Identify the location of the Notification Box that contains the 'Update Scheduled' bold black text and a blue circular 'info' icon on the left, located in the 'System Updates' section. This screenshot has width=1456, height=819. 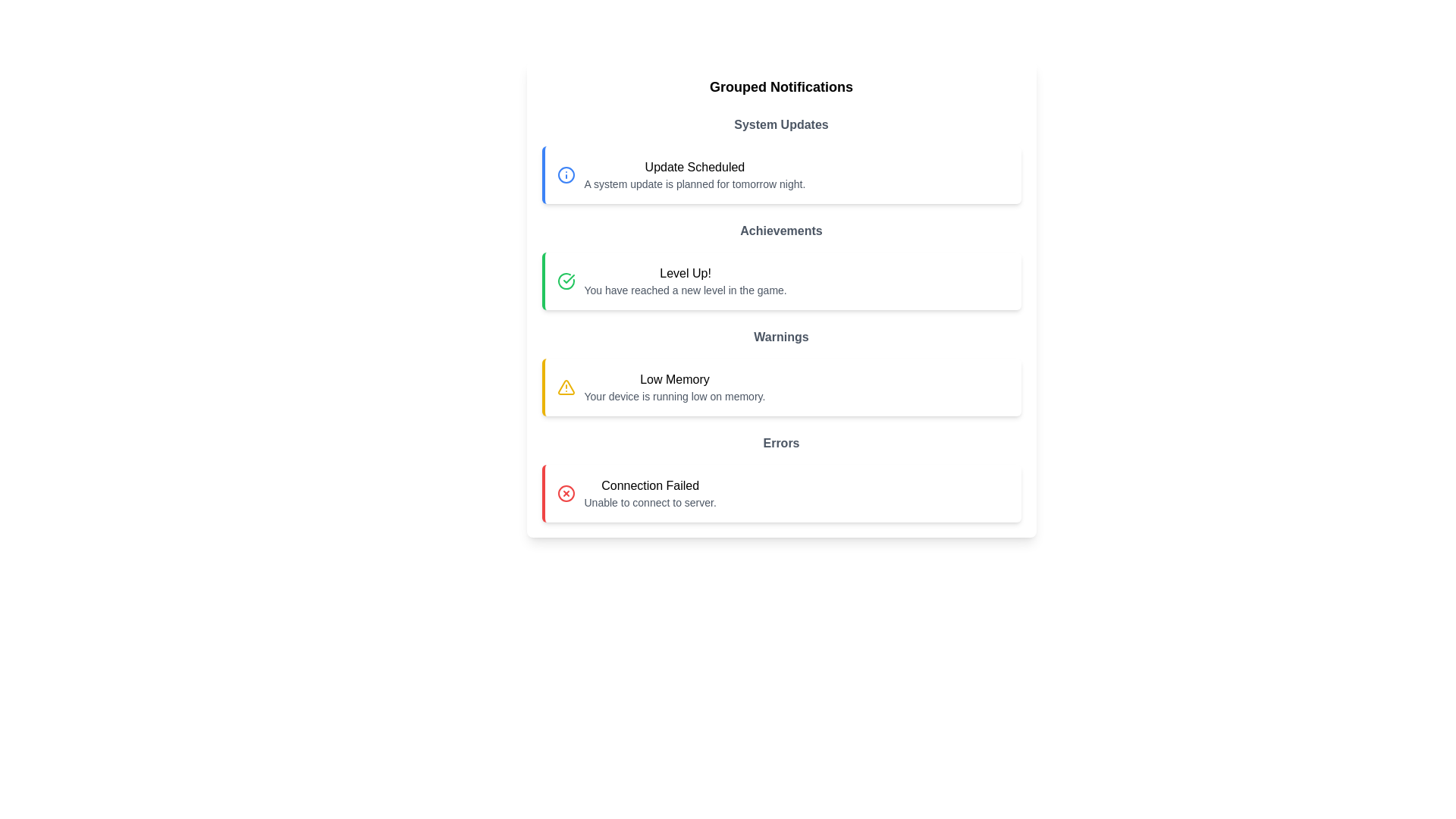
(781, 174).